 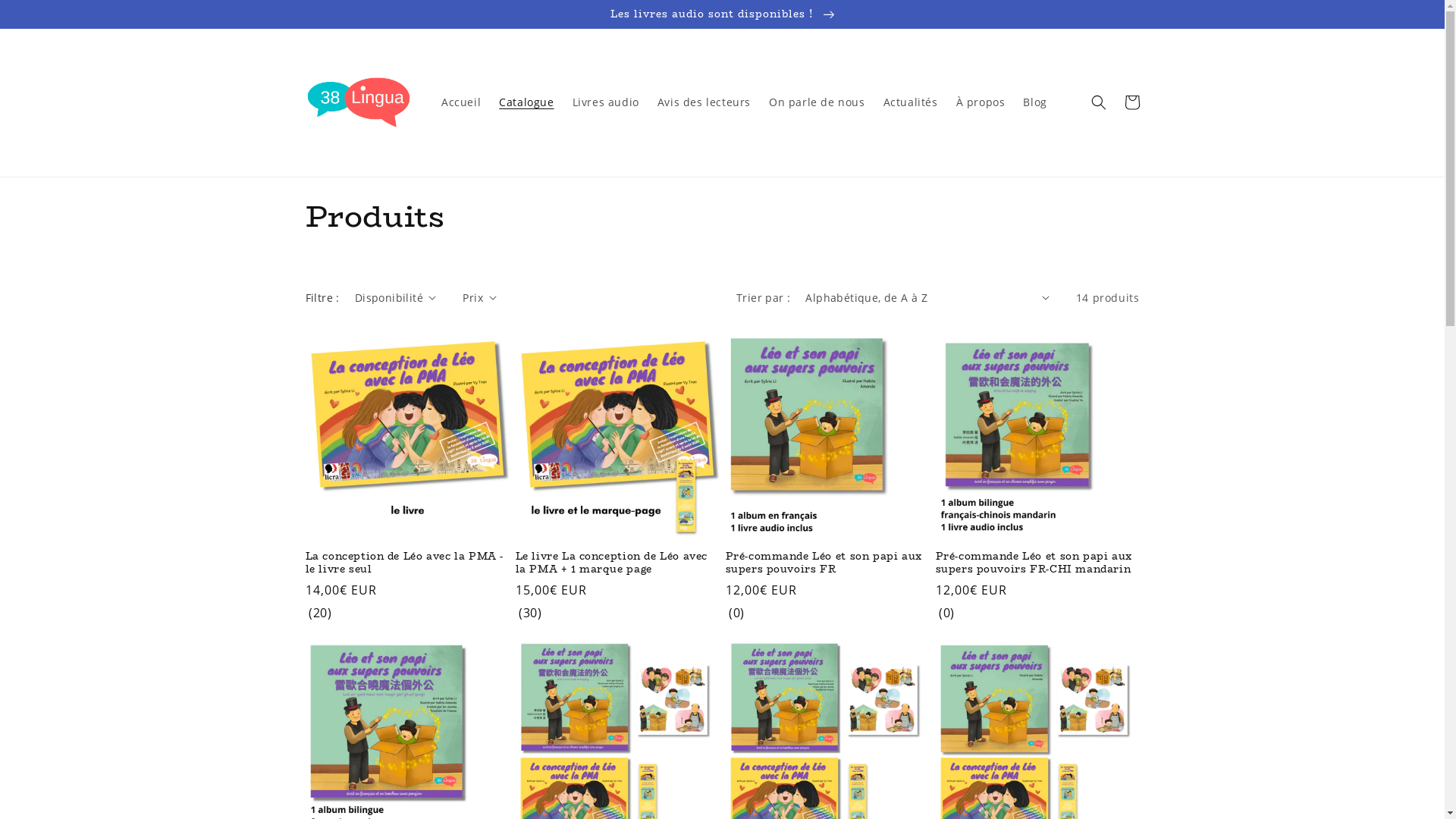 What do you see at coordinates (604, 102) in the screenshot?
I see `'Livres audio'` at bounding box center [604, 102].